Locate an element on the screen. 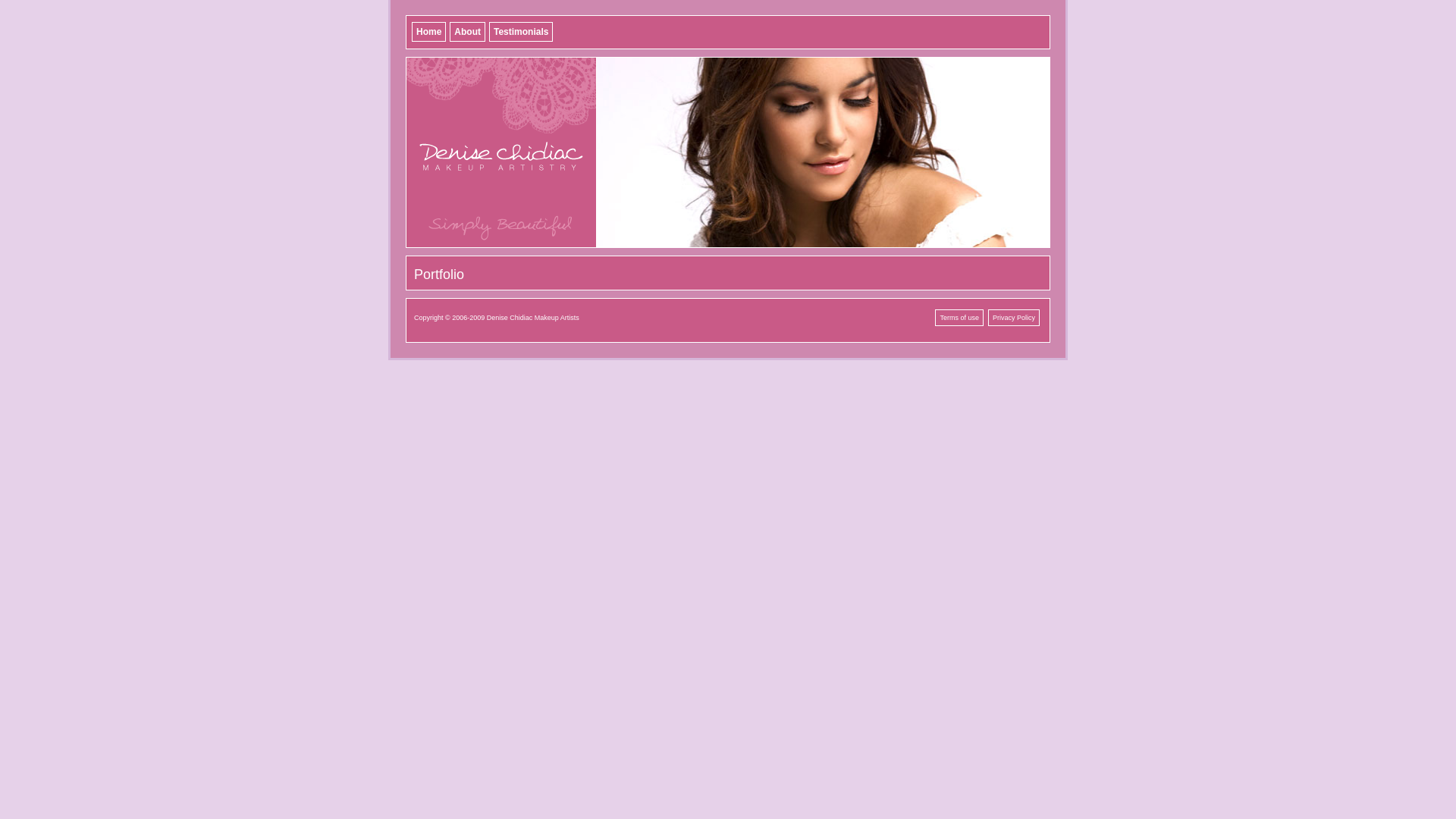  'Testimonials' is located at coordinates (520, 32).